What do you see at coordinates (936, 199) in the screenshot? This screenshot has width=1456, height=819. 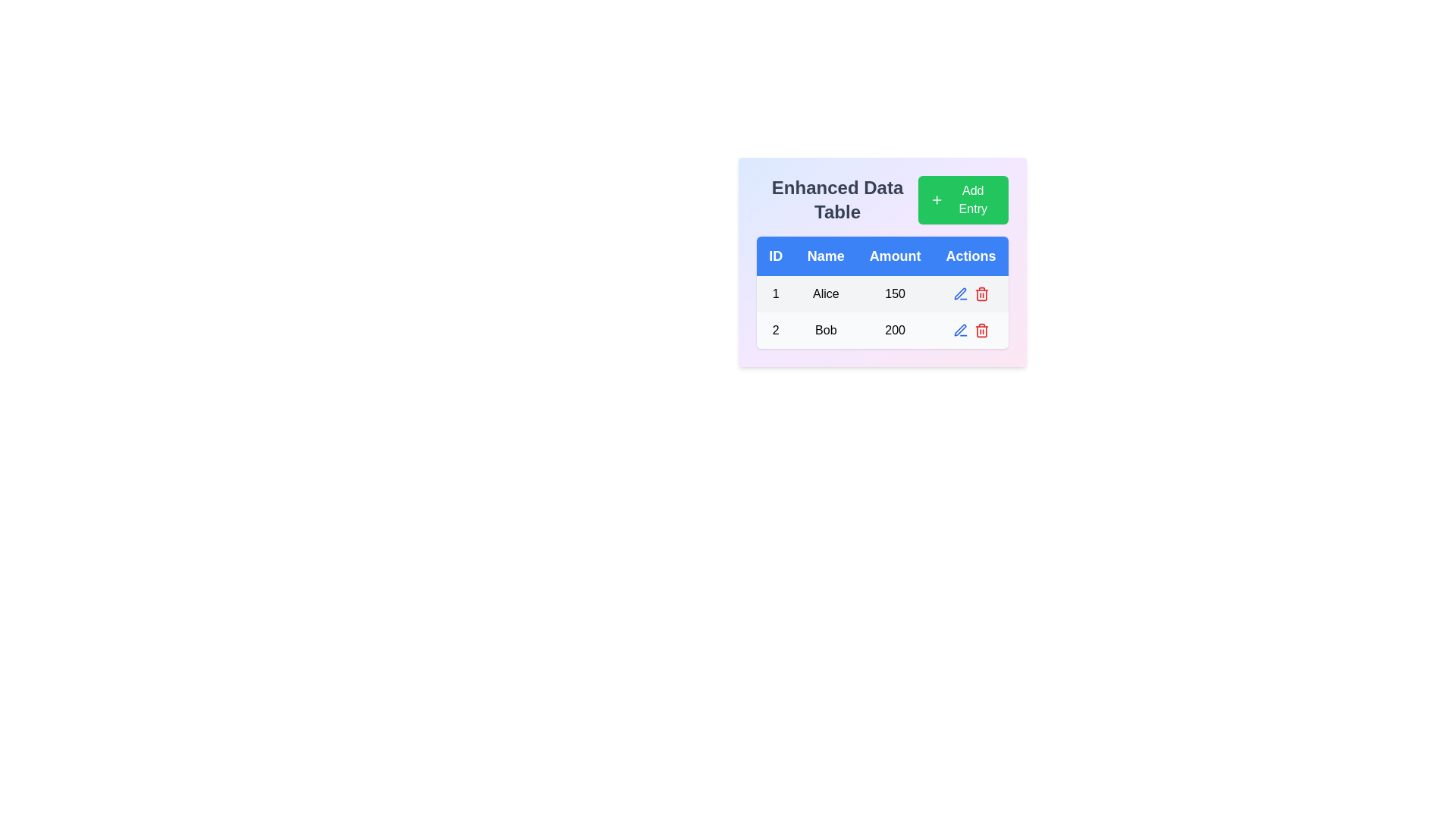 I see `the '+' icon within the 'Add Entry' button, which has a green background and rounded corners, located at the top right of the interface` at bounding box center [936, 199].